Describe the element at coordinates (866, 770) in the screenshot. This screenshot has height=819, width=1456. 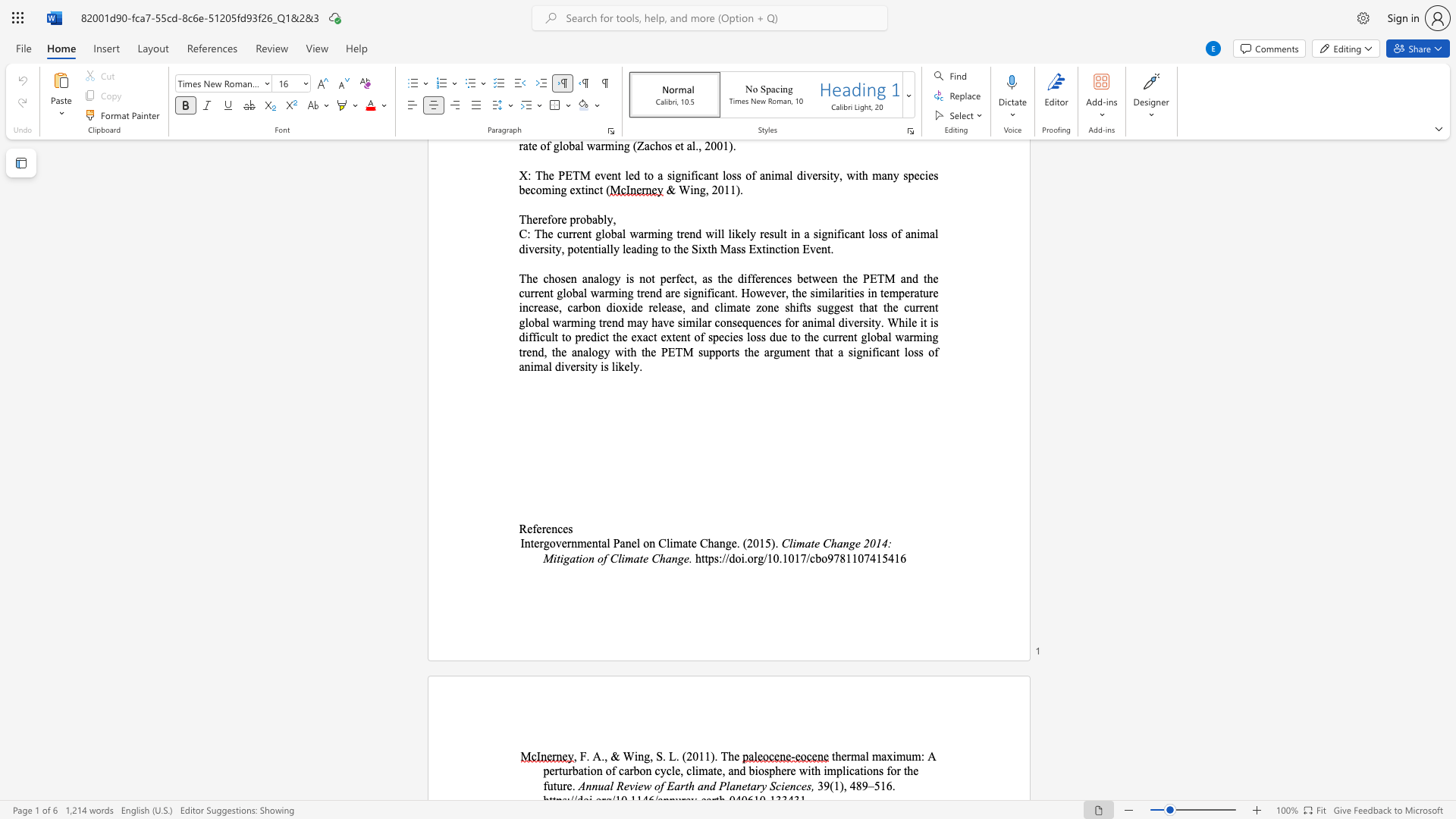
I see `the subset text "ons for the future" within the text "imate, and biosphere with implications for the future."` at that location.